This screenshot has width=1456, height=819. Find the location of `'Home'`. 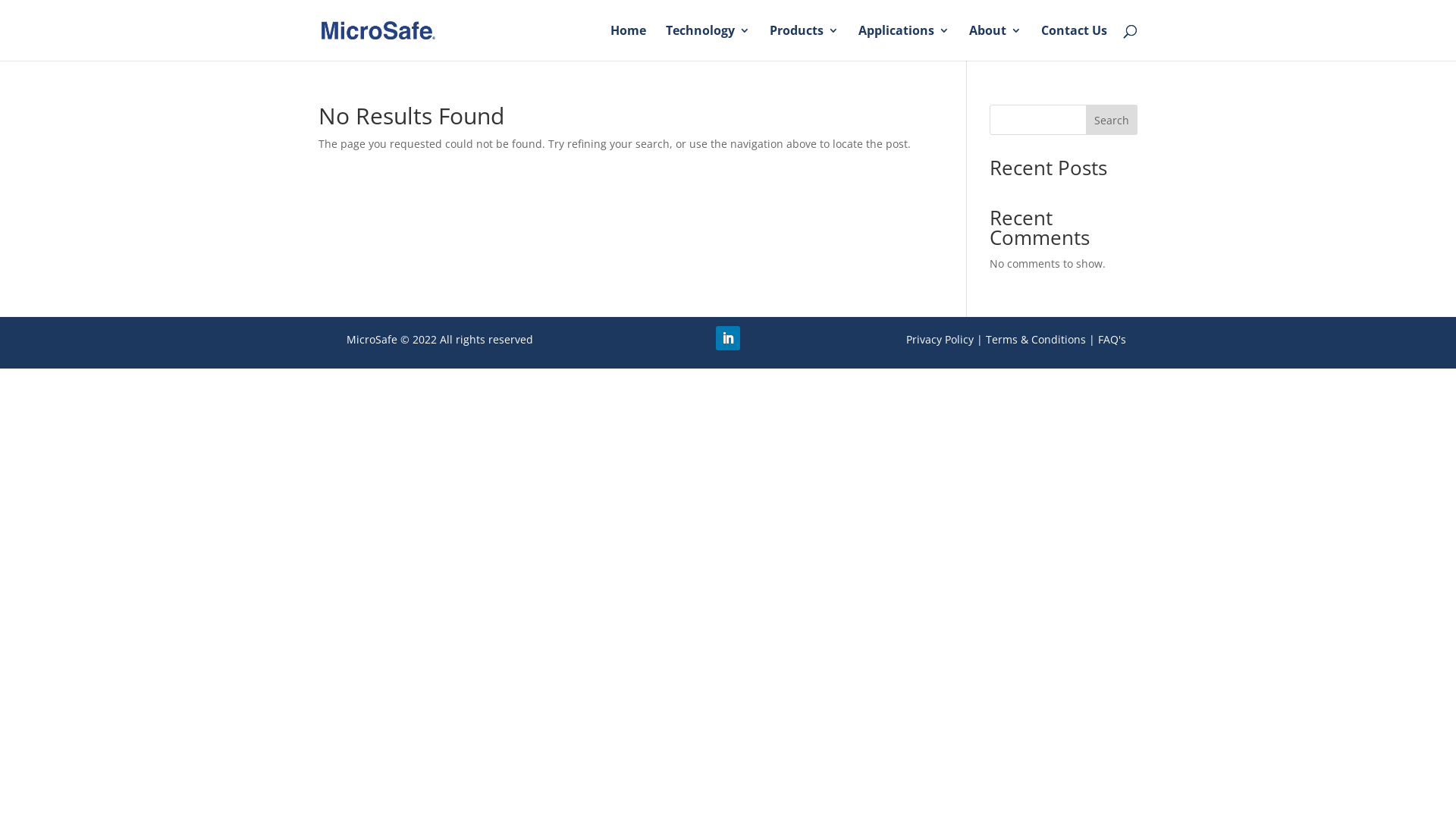

'Home' is located at coordinates (628, 42).